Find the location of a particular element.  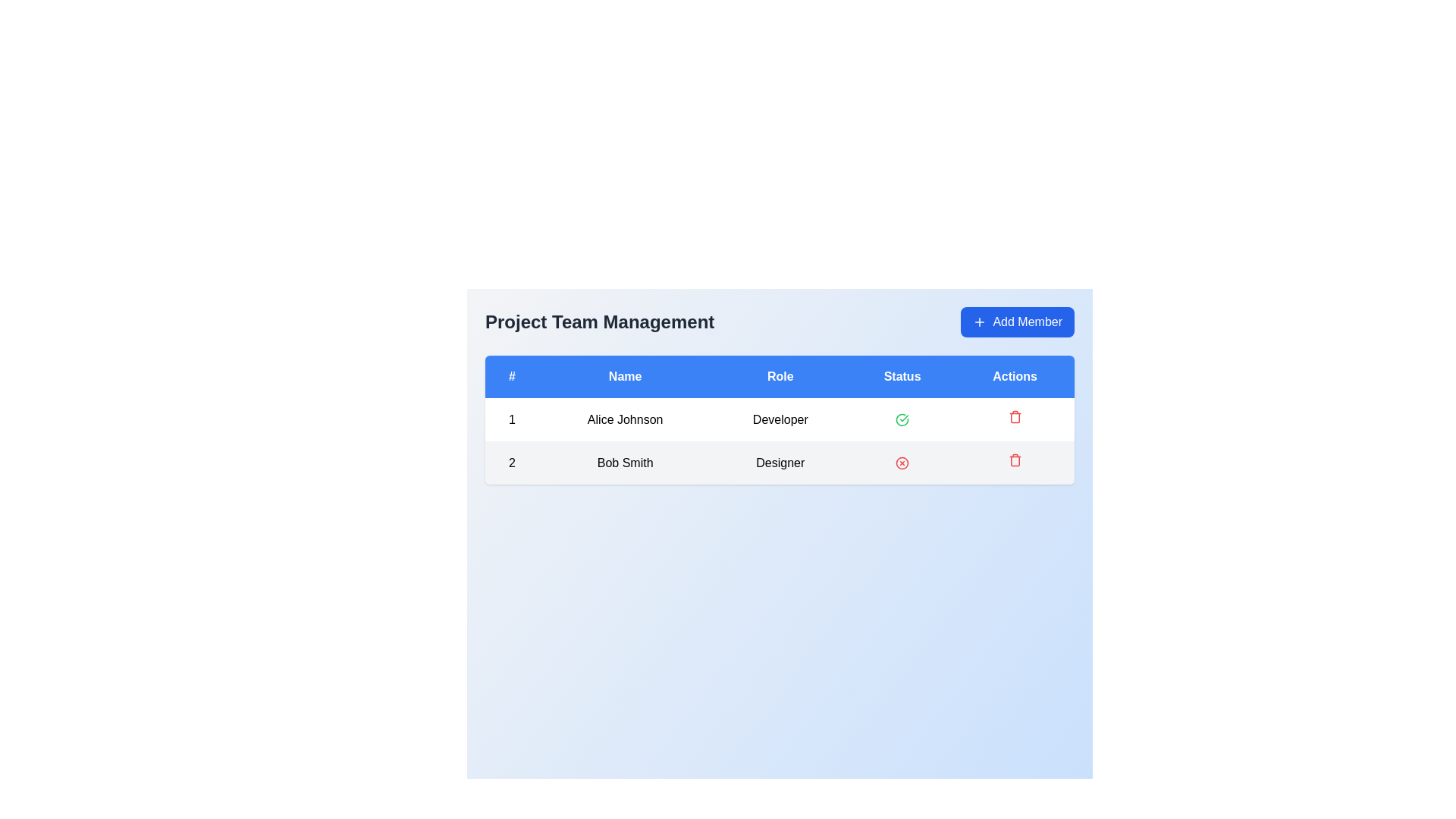

the red circular icon with a white background and a red 'X' symbol in the middle, located in the 'Status' column in the second row of the table for 'Bob Smith' is located at coordinates (902, 462).